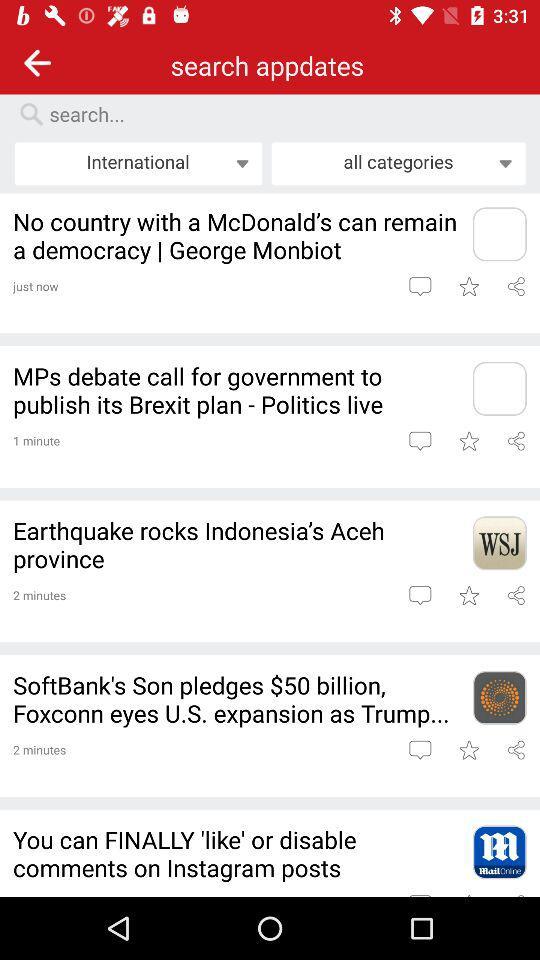 Image resolution: width=540 pixels, height=960 pixels. I want to click on share the selected article, so click(516, 441).